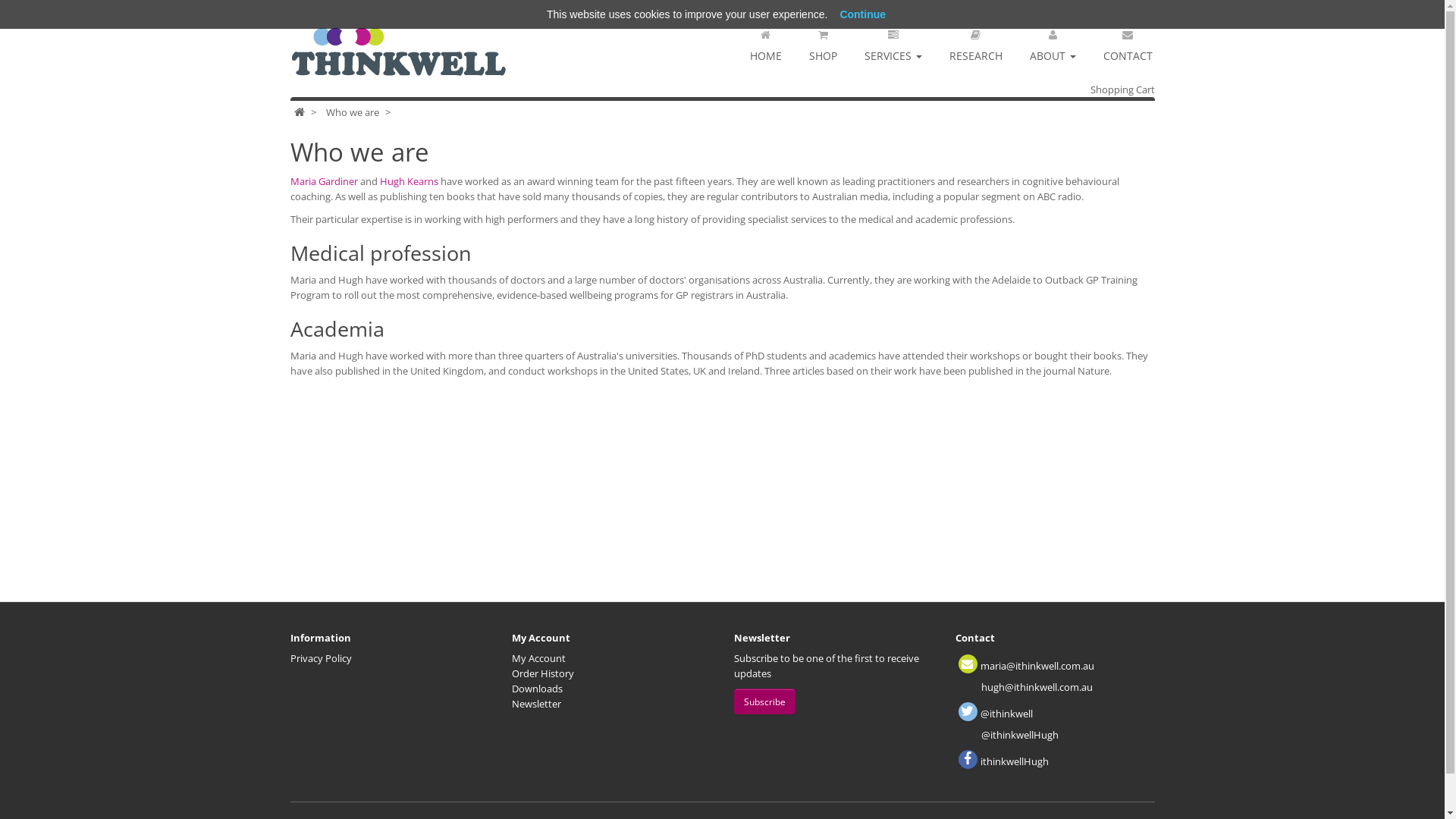 The width and height of the screenshot is (1456, 819). I want to click on 'CONTACT', so click(1127, 40).